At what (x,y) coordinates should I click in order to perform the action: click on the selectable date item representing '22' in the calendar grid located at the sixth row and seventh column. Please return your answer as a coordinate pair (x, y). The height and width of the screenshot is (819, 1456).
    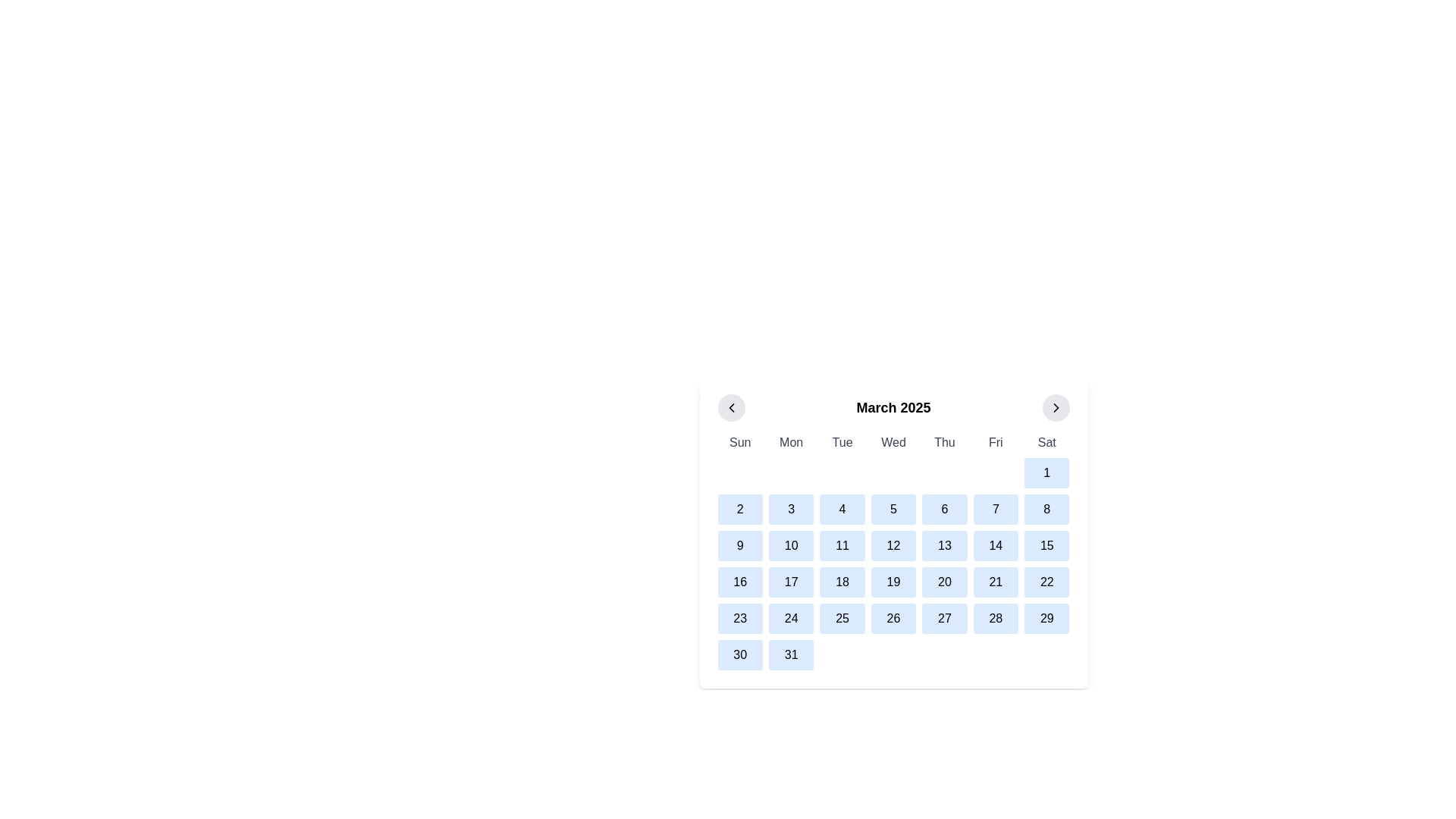
    Looking at the image, I should click on (1046, 581).